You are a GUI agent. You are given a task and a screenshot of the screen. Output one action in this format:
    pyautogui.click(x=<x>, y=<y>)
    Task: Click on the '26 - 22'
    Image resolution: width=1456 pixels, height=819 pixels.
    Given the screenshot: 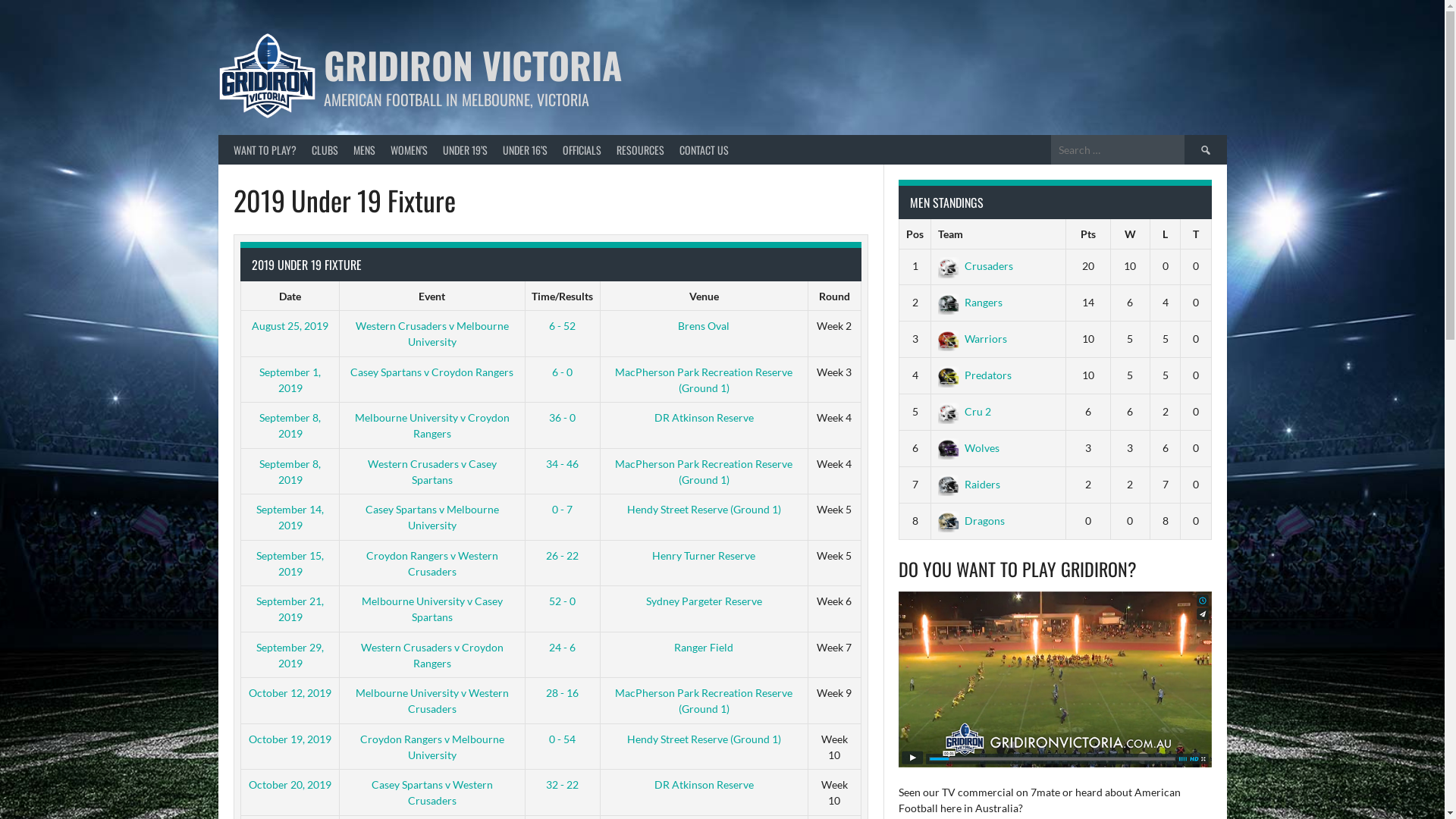 What is the action you would take?
    pyautogui.click(x=561, y=555)
    